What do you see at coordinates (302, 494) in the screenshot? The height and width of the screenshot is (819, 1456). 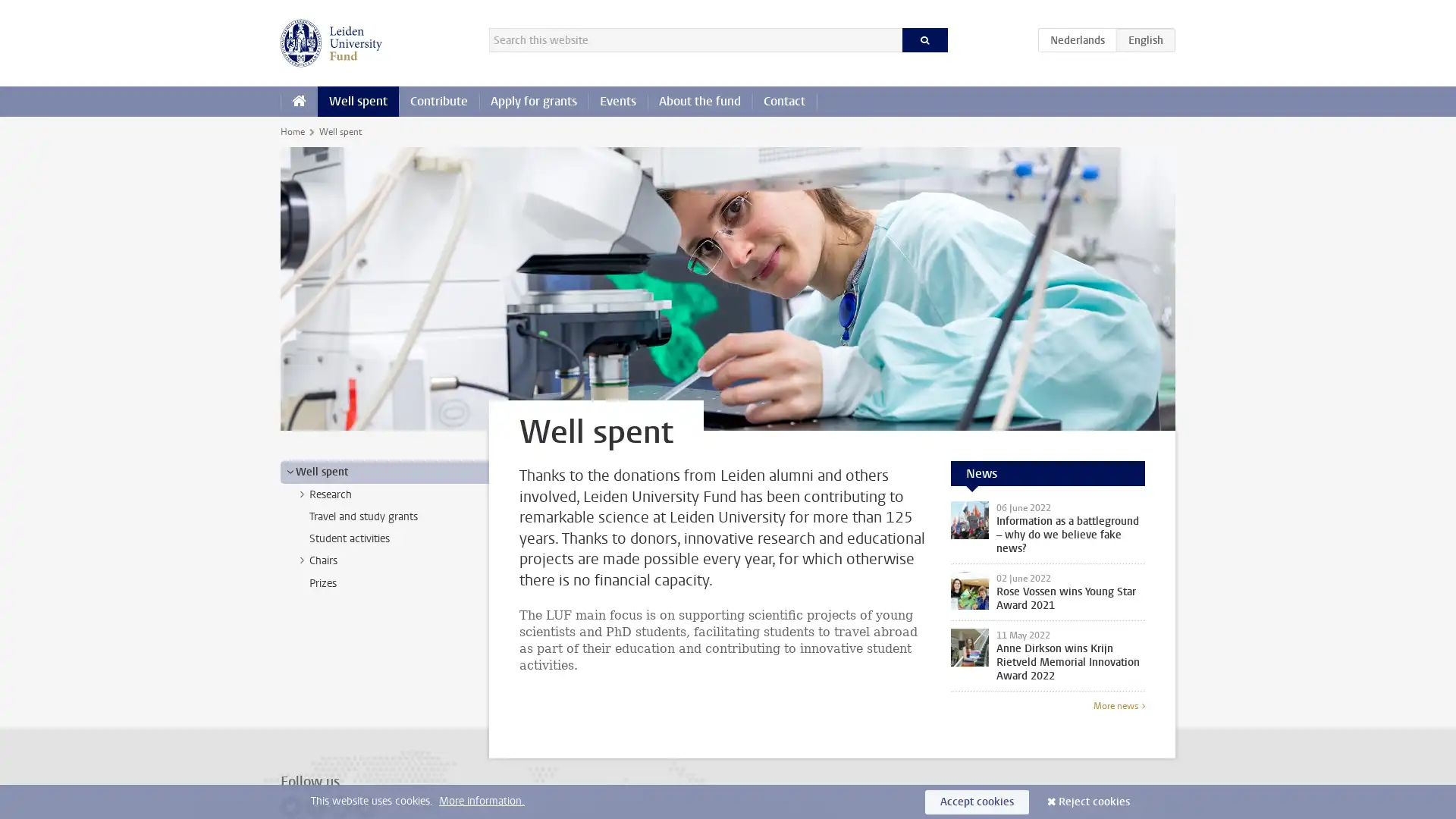 I see `>` at bounding box center [302, 494].